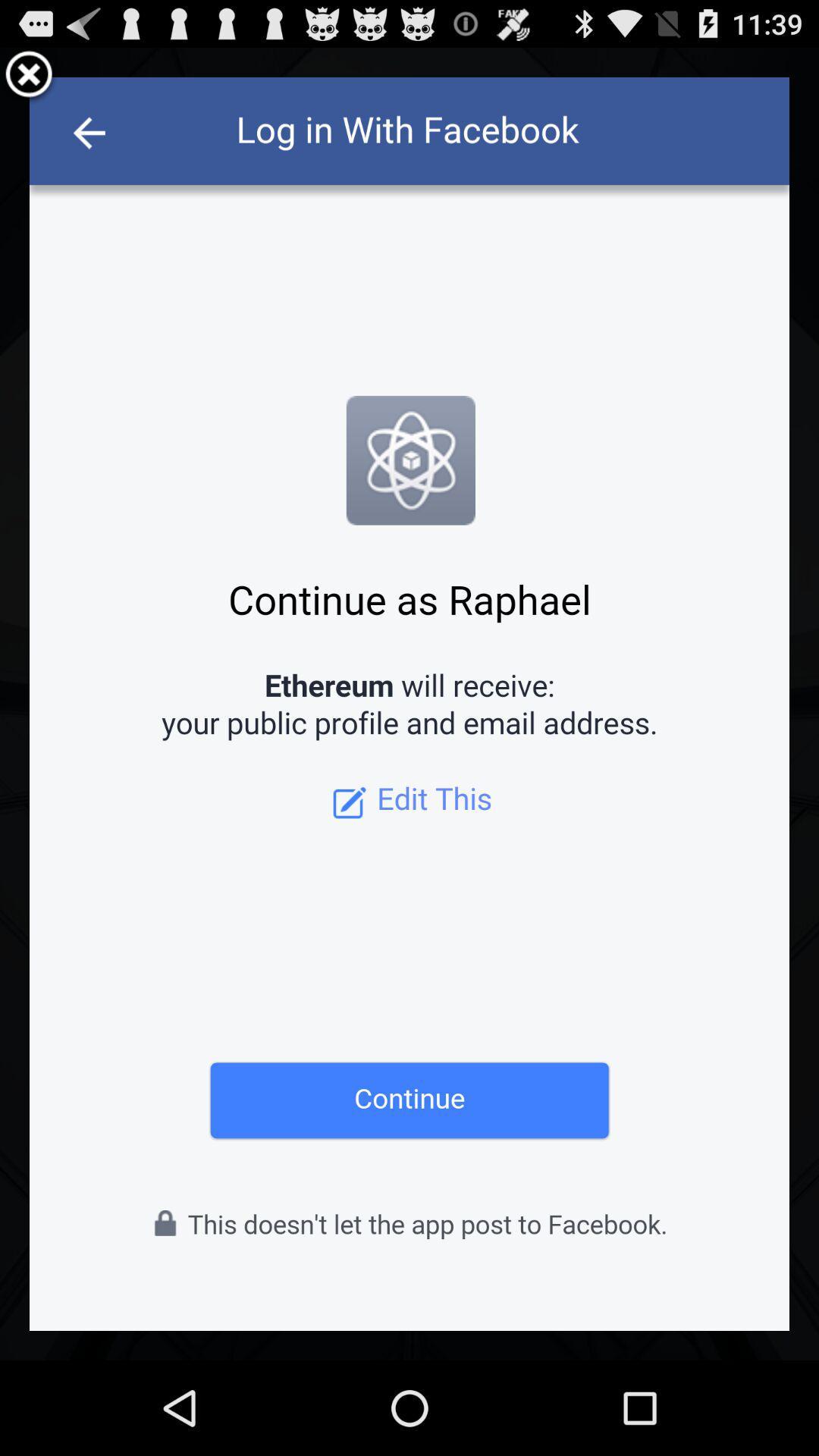 The image size is (819, 1456). What do you see at coordinates (29, 76) in the screenshot?
I see `exit` at bounding box center [29, 76].